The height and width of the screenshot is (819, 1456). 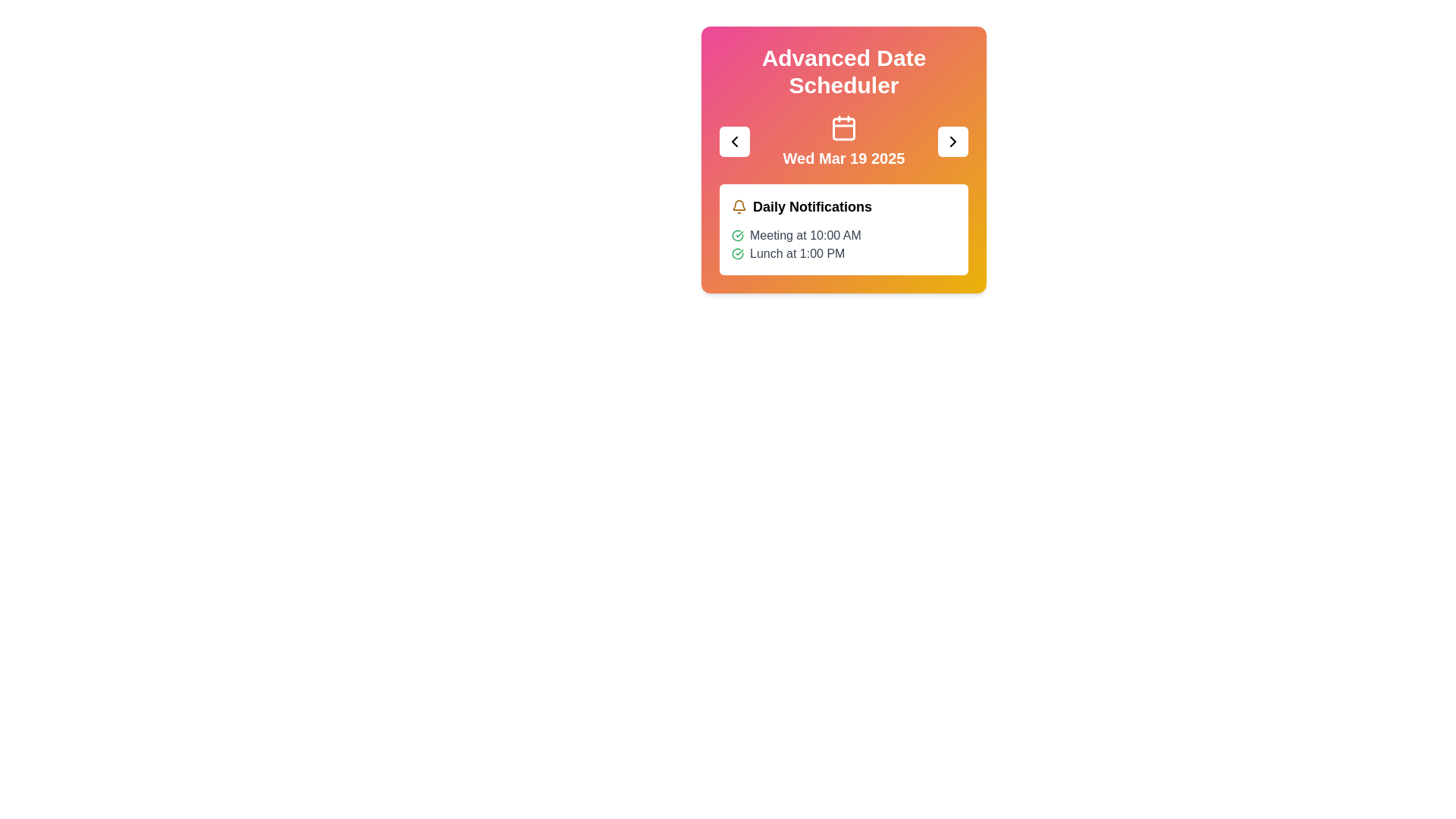 I want to click on the green circular icon with a checkmark that indicates successful status, located before the text 'Lunch at 1:00 PM', so click(x=738, y=253).